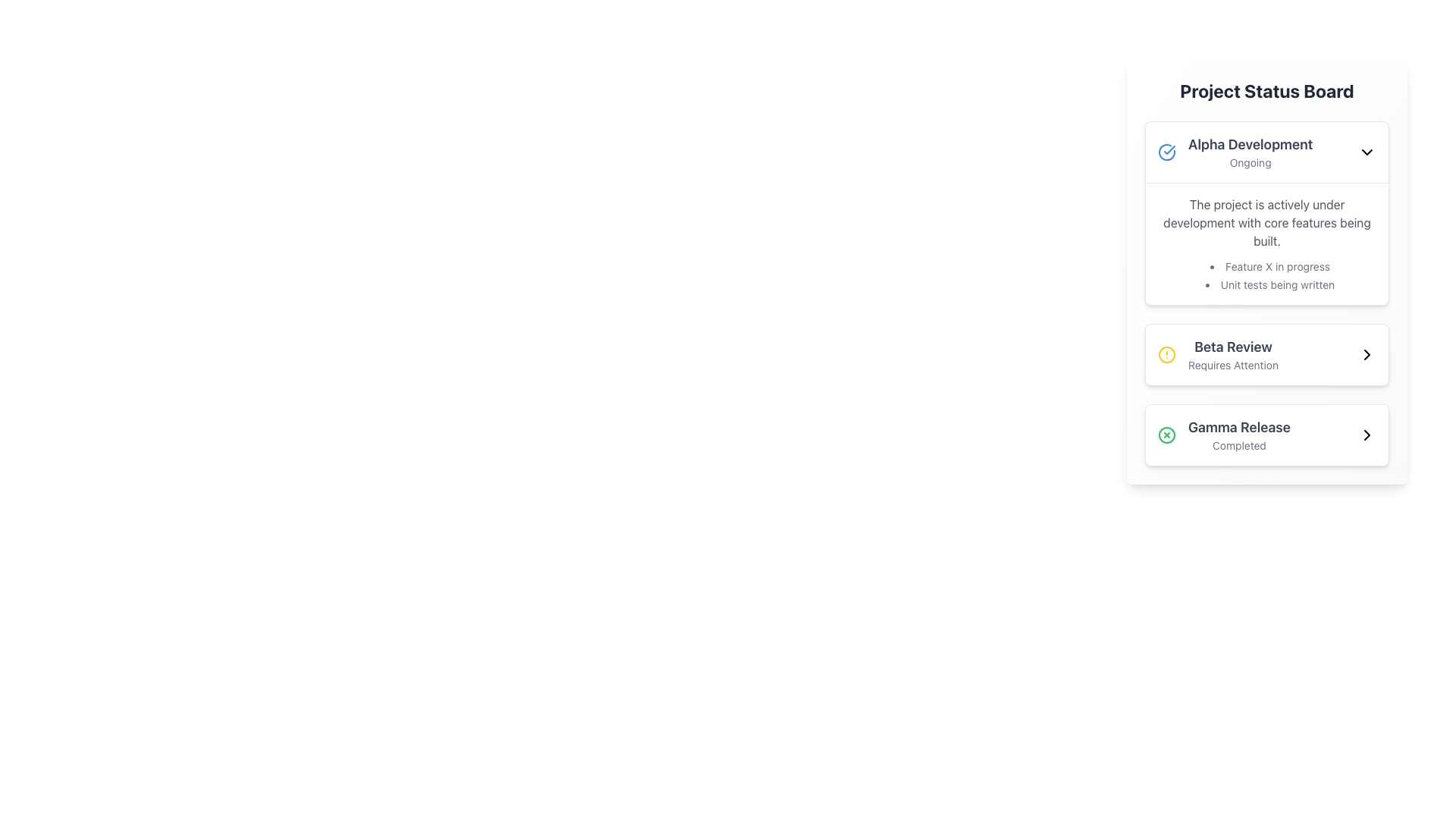 Image resolution: width=1456 pixels, height=819 pixels. What do you see at coordinates (1166, 435) in the screenshot?
I see `the SVG Circle with a green stroke located` at bounding box center [1166, 435].